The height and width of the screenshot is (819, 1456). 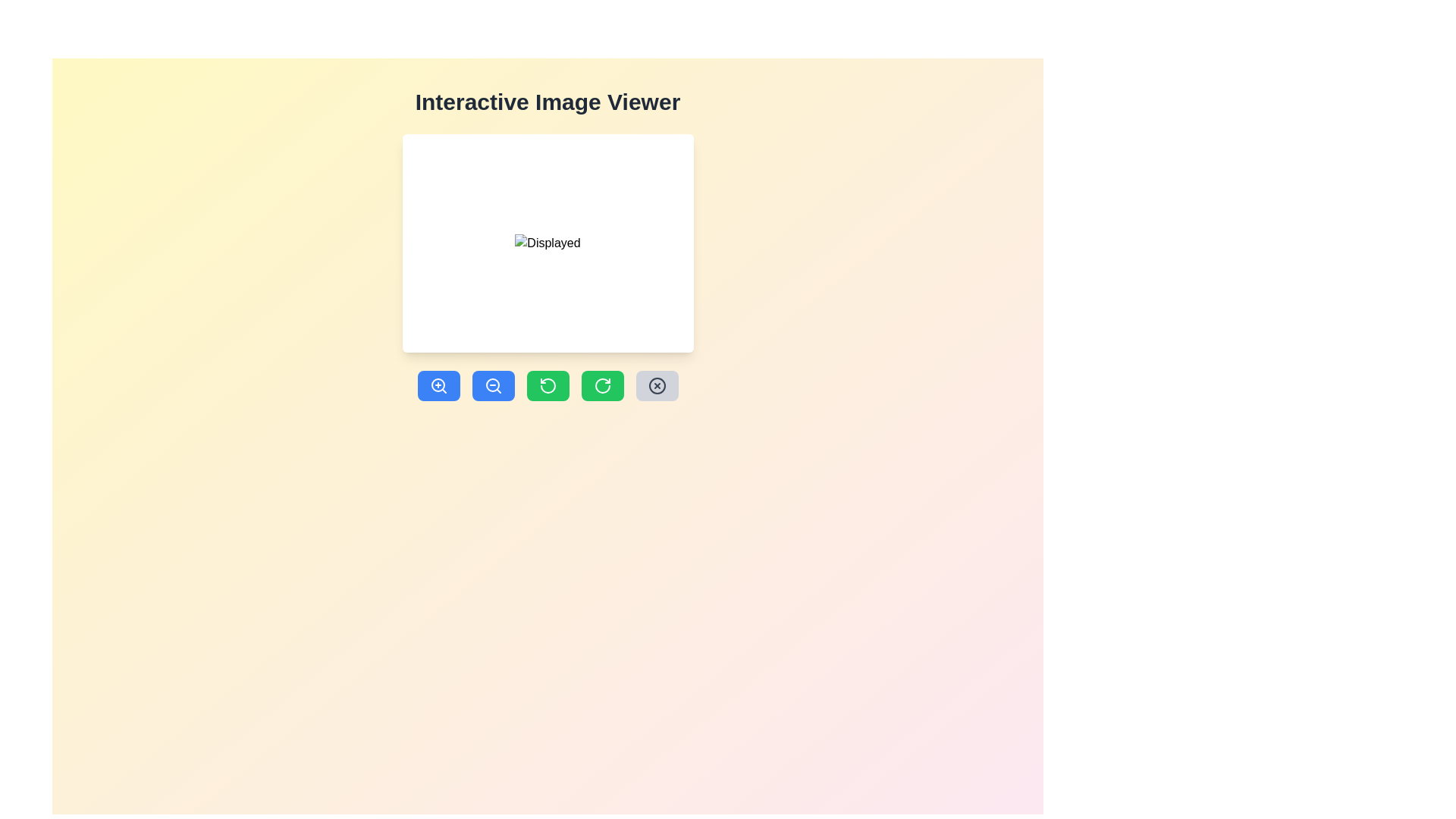 What do you see at coordinates (657, 385) in the screenshot?
I see `the circular outline SVG element, which serves as a visual indicator to close or cancel an operation, located in the rightmost position of the control icons at the bottom of the image preview area` at bounding box center [657, 385].